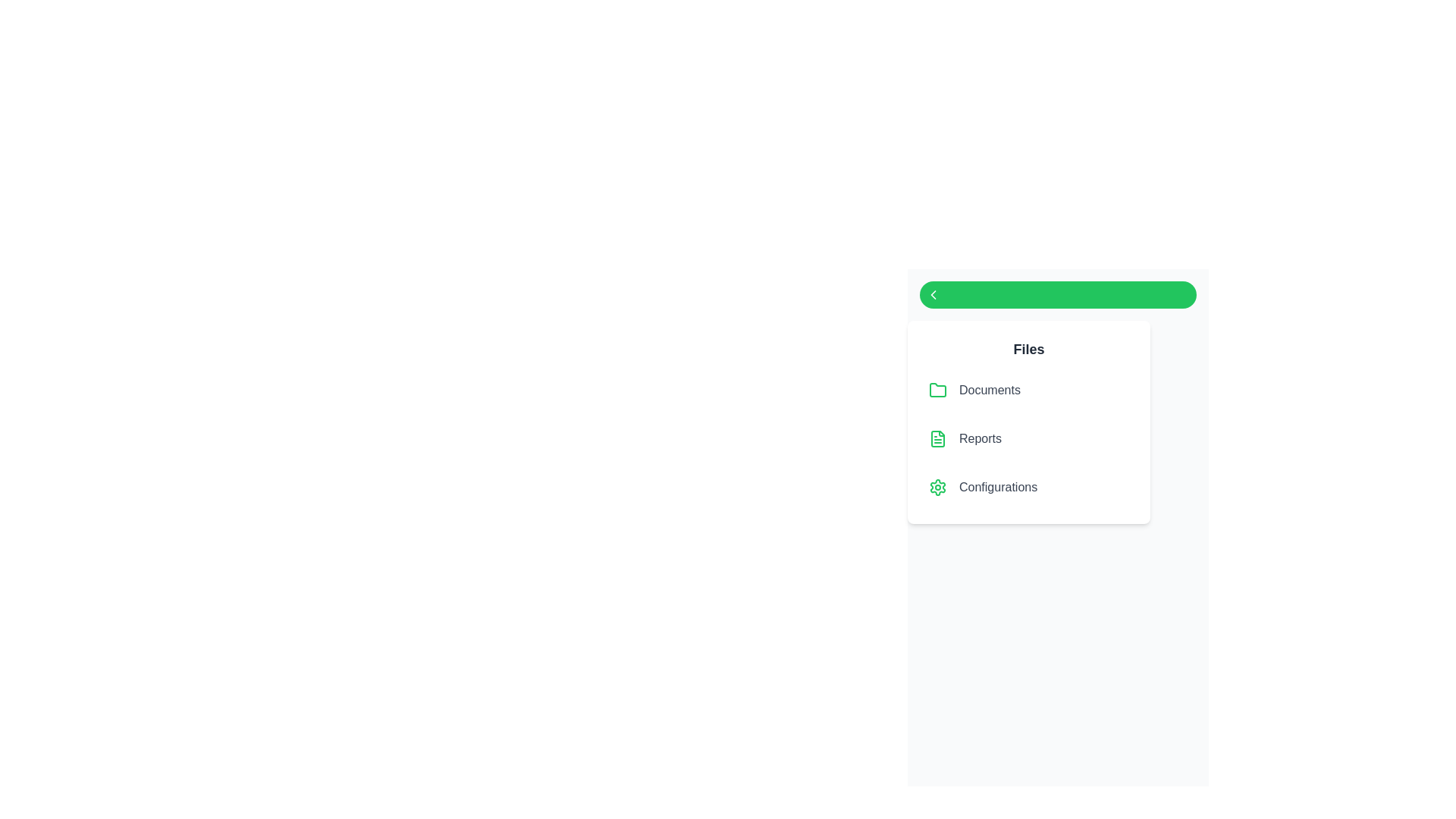 The image size is (1456, 819). What do you see at coordinates (1029, 438) in the screenshot?
I see `the file item labeled 'Reports' to select it` at bounding box center [1029, 438].